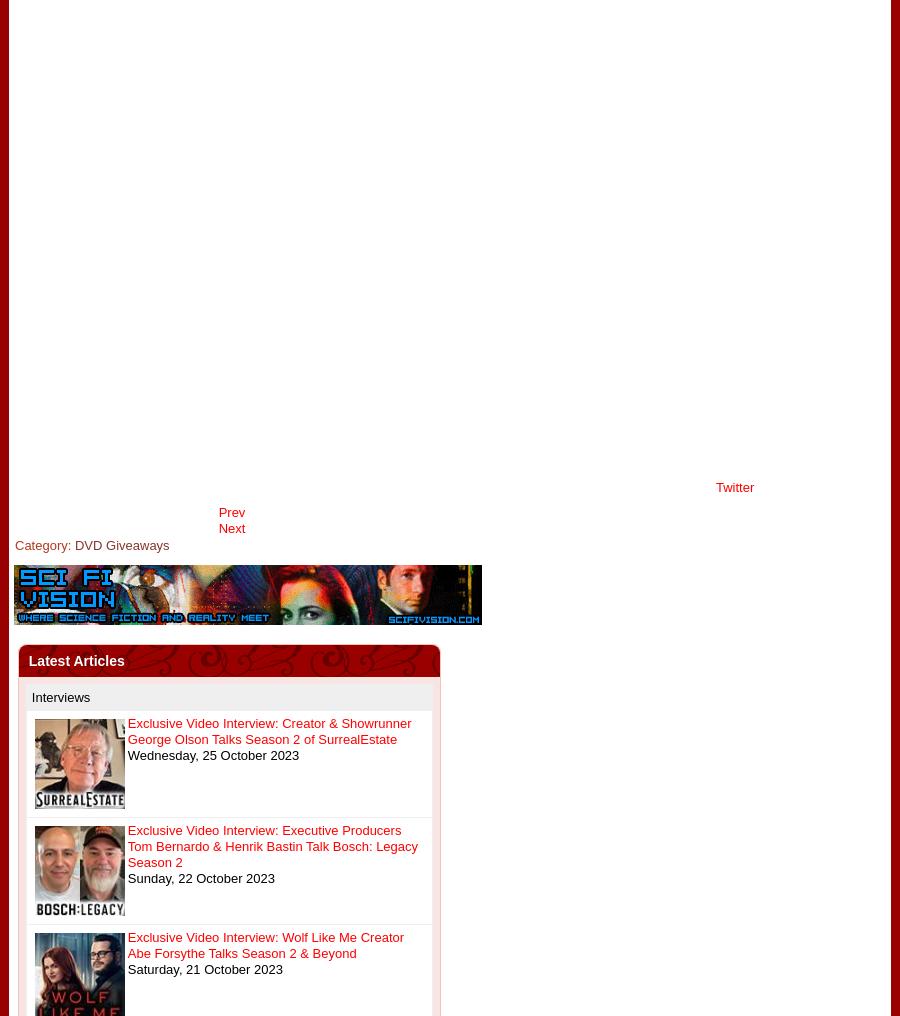 The height and width of the screenshot is (1016, 900). What do you see at coordinates (734, 487) in the screenshot?
I see `'Twitter'` at bounding box center [734, 487].